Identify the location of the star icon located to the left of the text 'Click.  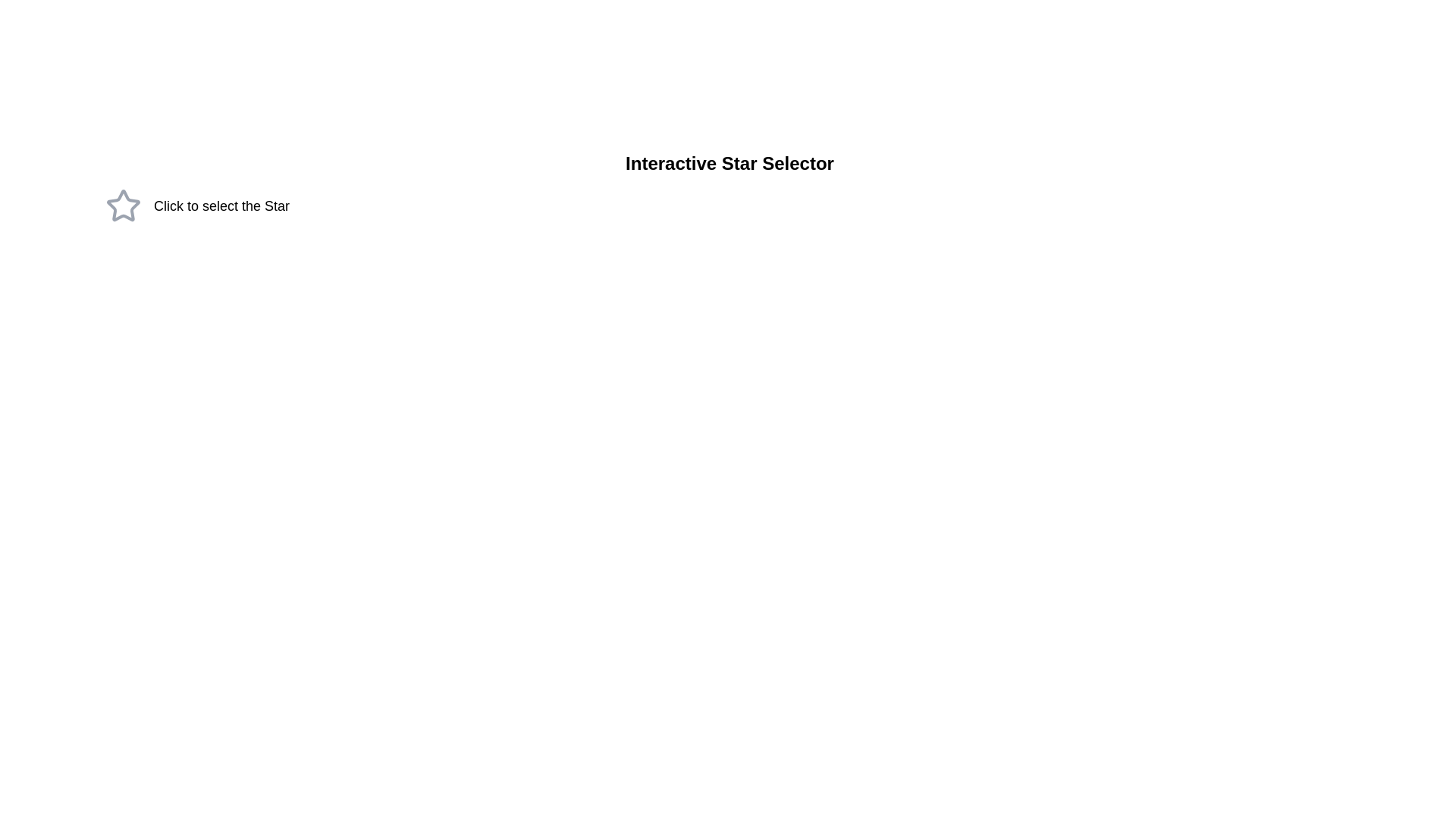
(124, 206).